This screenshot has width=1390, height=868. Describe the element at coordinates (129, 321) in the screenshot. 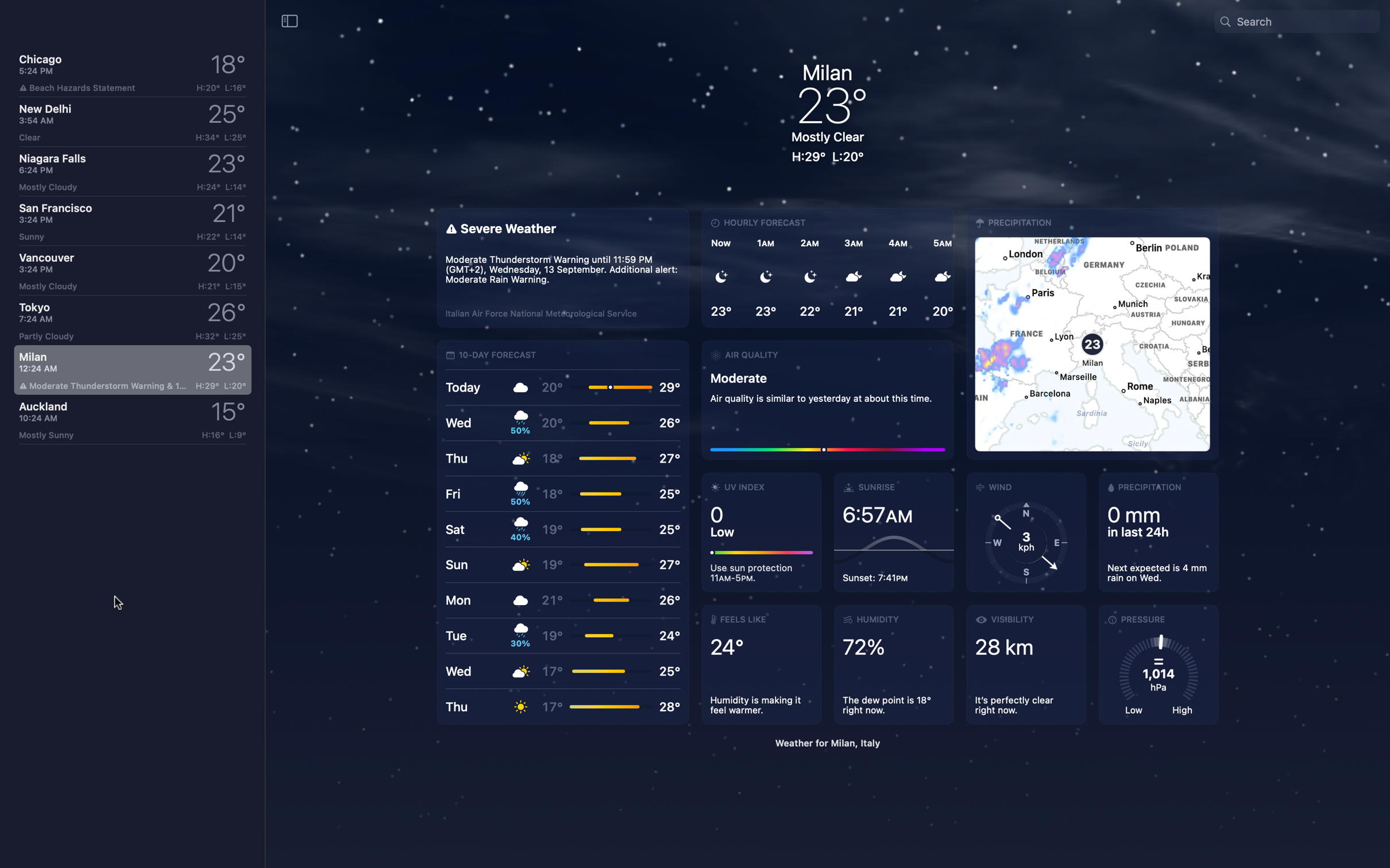

I see `View weather for Tokyo` at that location.